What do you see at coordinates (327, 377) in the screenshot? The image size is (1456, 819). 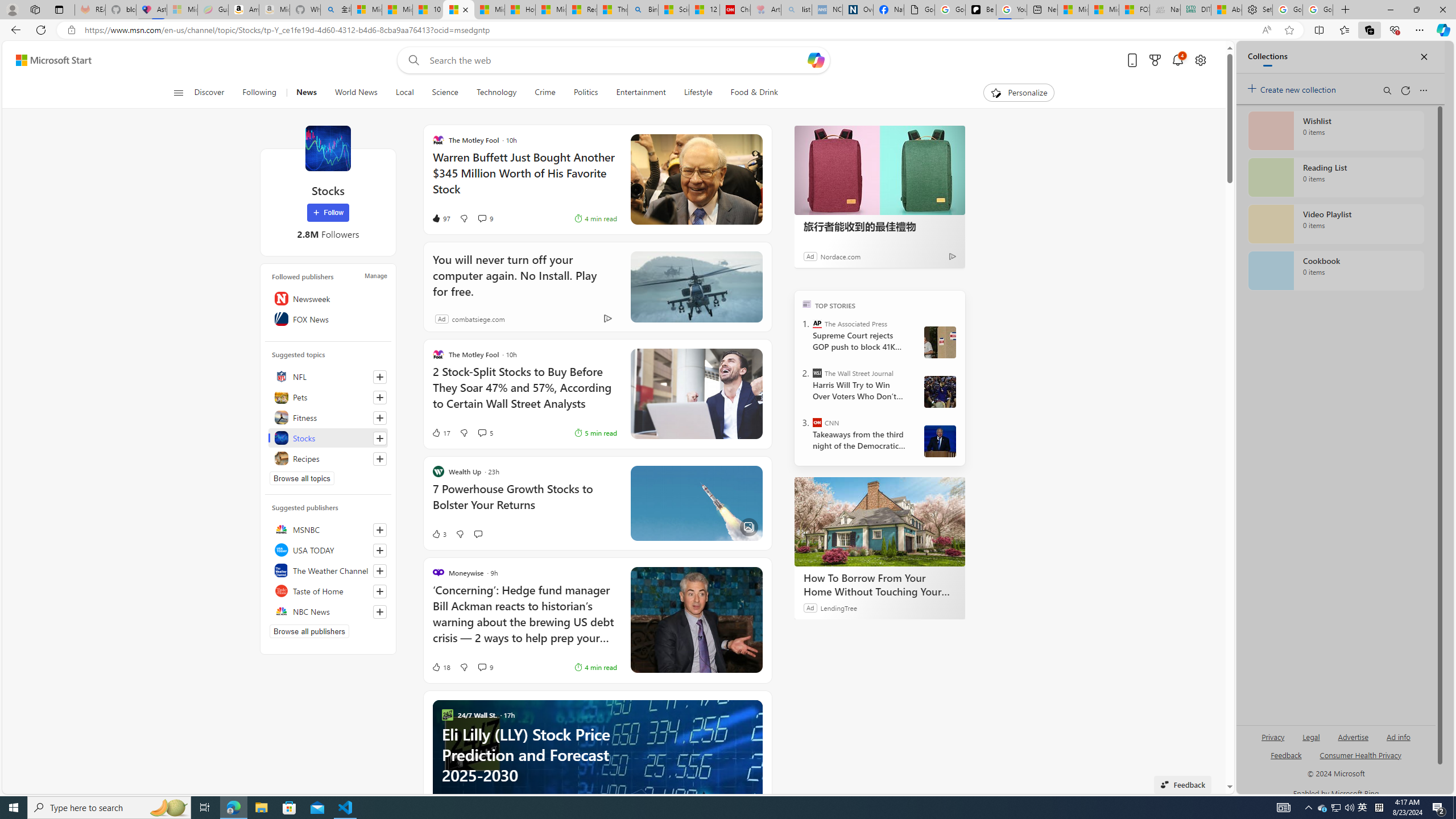 I see `'NFL'` at bounding box center [327, 377].